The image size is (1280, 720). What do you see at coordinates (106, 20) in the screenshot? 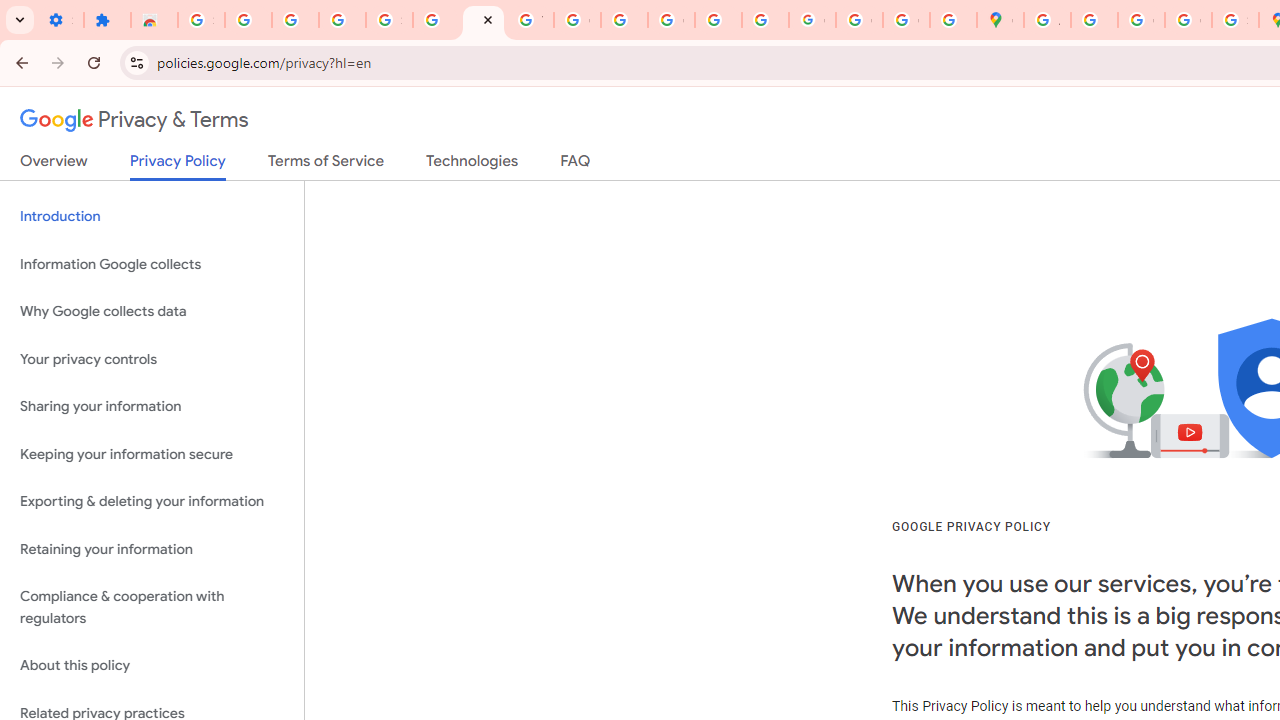
I see `'Extensions'` at bounding box center [106, 20].